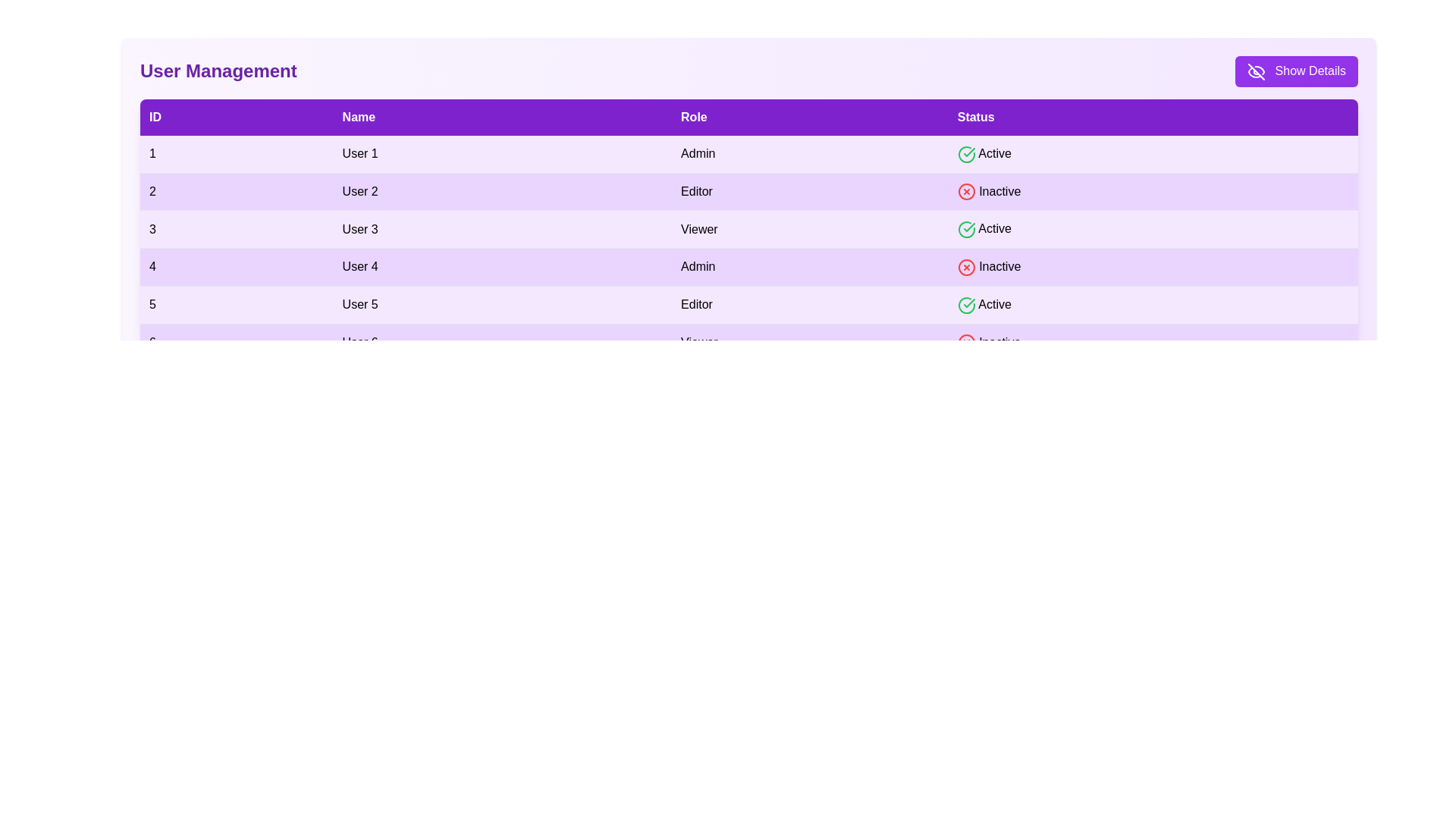 The height and width of the screenshot is (819, 1456). I want to click on the Role header to sort the table by that column, so click(809, 116).